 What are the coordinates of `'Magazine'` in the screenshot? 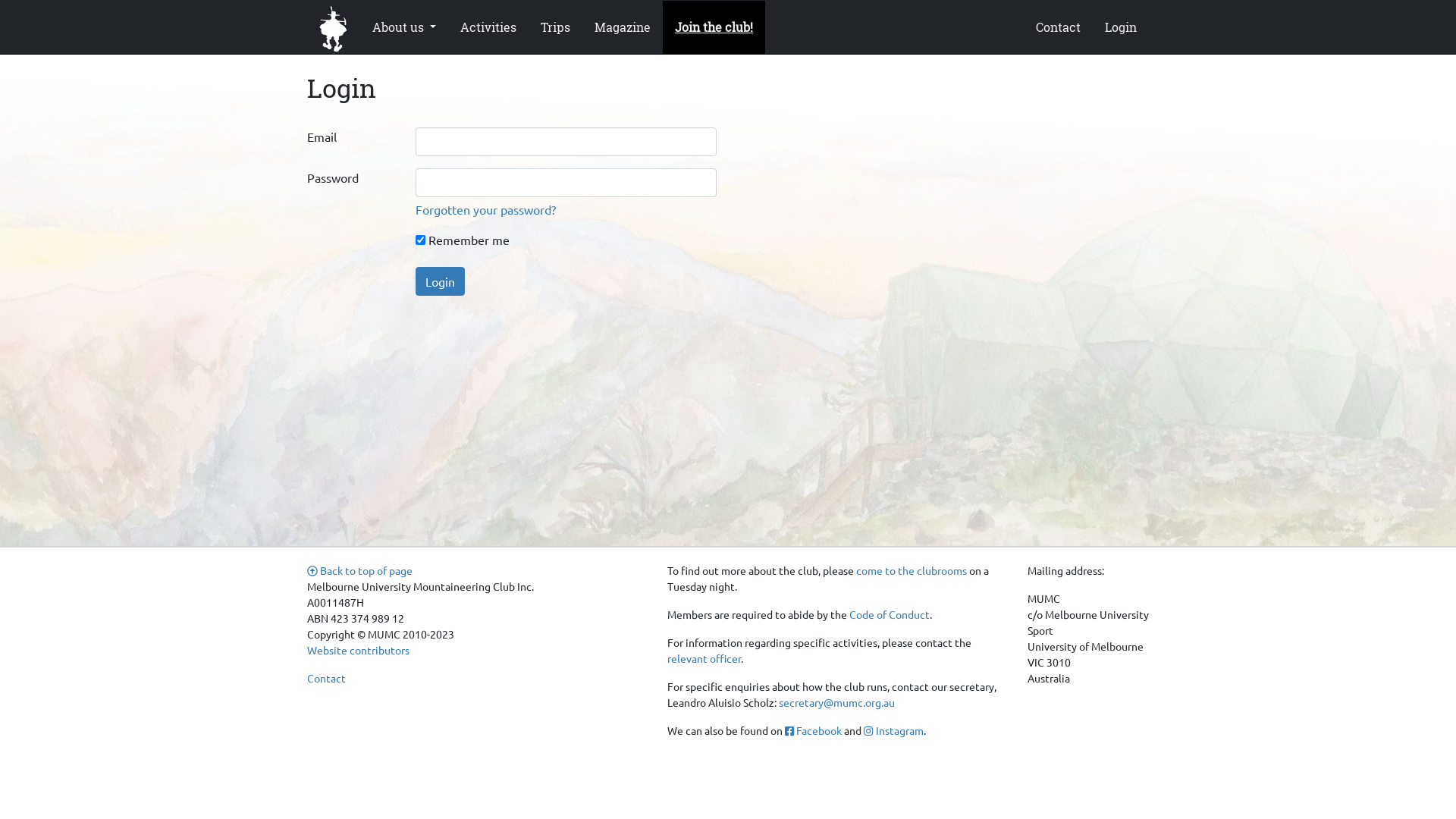 It's located at (622, 26).